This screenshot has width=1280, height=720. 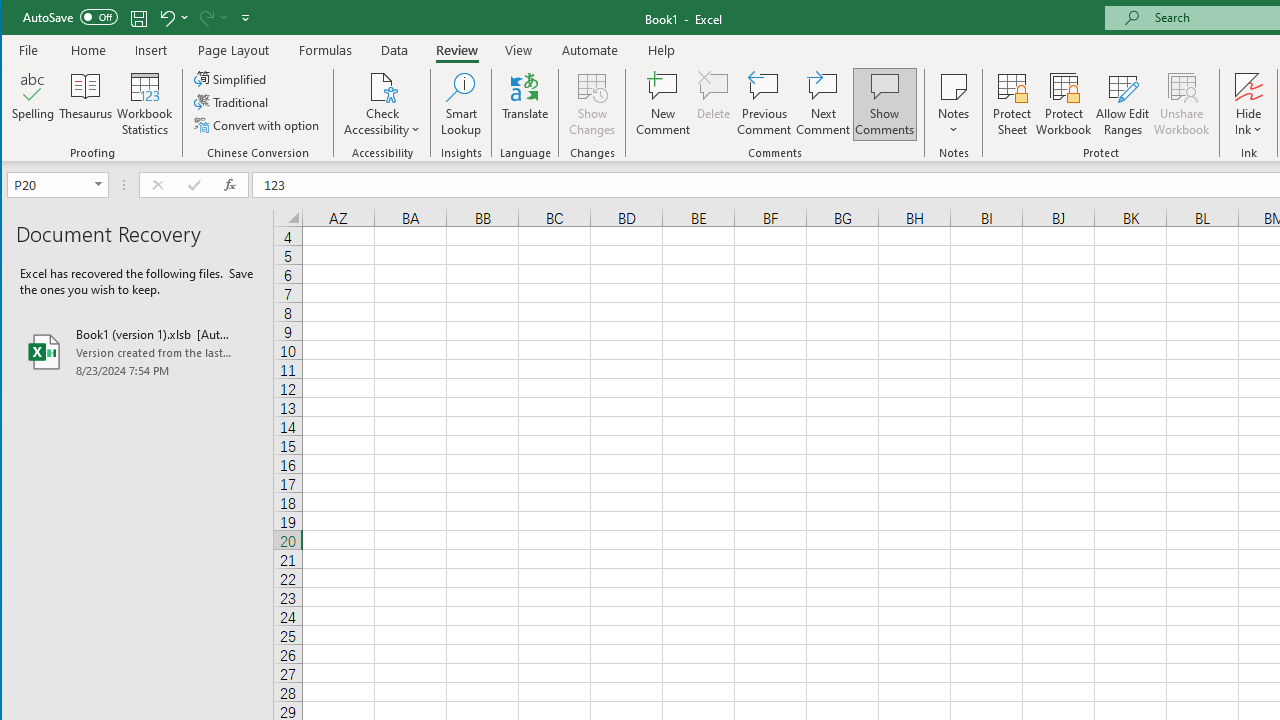 I want to click on 'Check Accessibility', so click(x=382, y=104).